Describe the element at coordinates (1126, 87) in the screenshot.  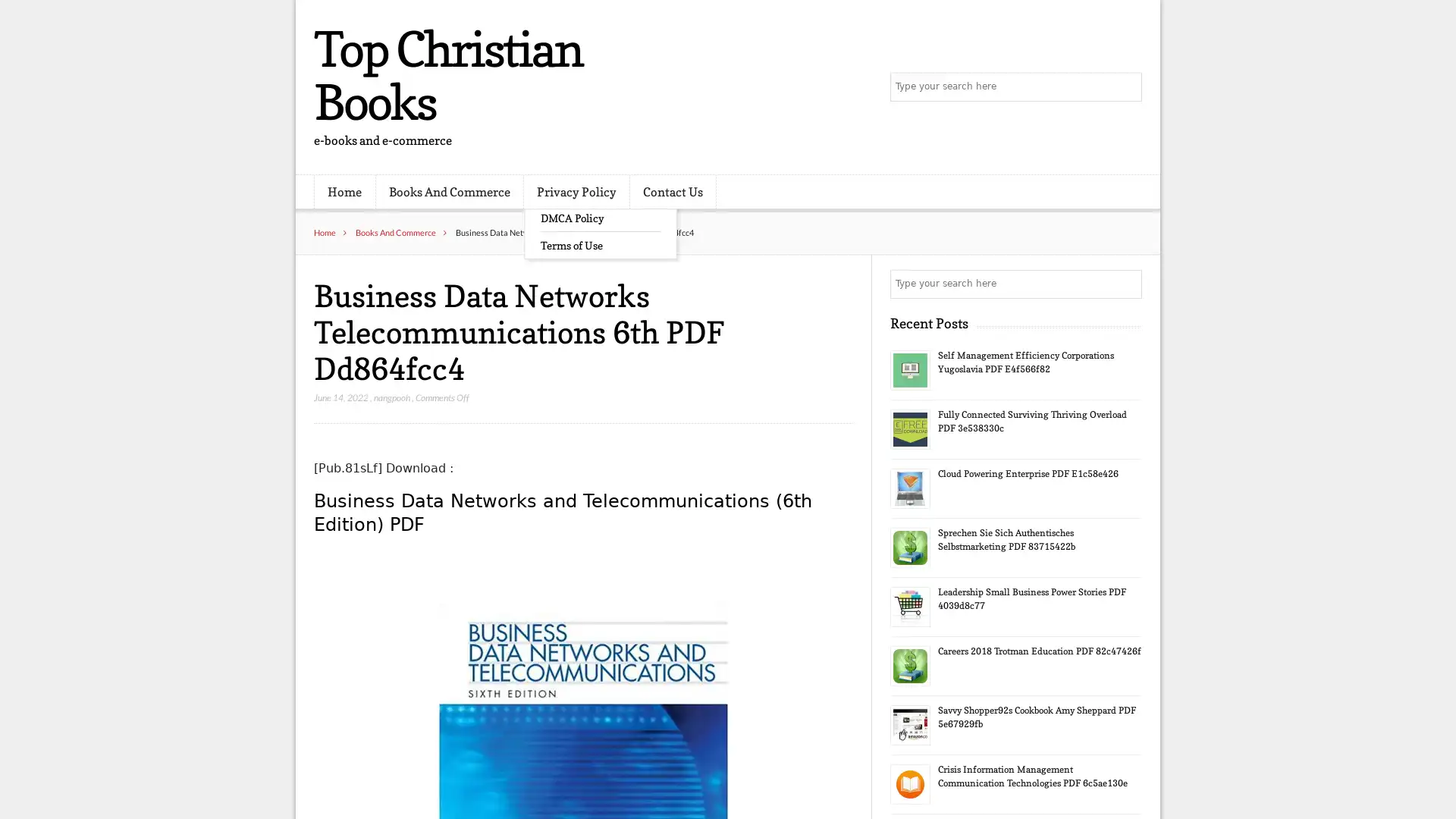
I see `Search` at that location.